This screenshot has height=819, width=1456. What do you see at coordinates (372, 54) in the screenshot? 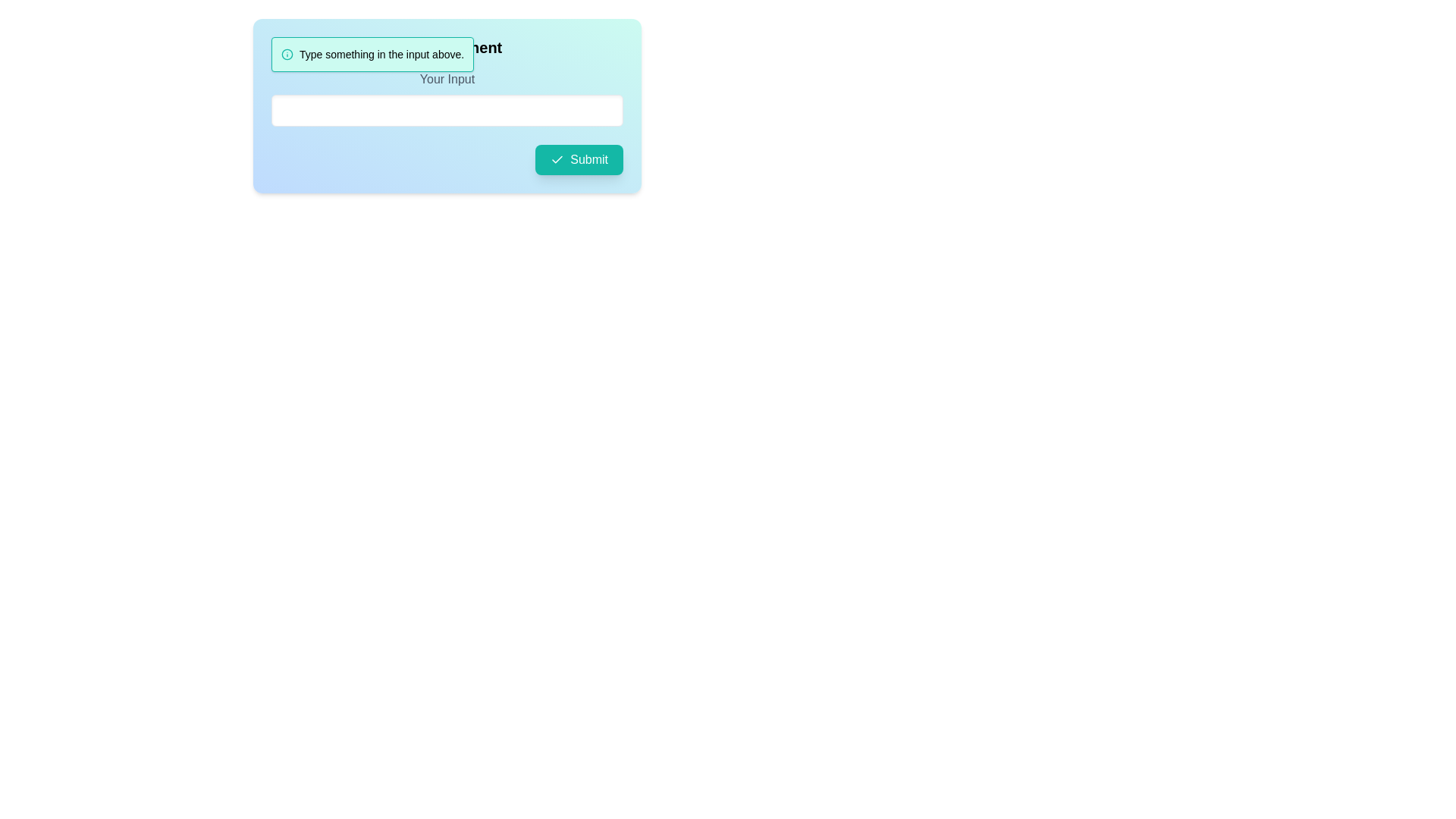
I see `informational text from the Tooltip or Notification Box with a light teal background, teal border, and an 'info' icon, located beneath the title 'Interactive Form Component'` at bounding box center [372, 54].